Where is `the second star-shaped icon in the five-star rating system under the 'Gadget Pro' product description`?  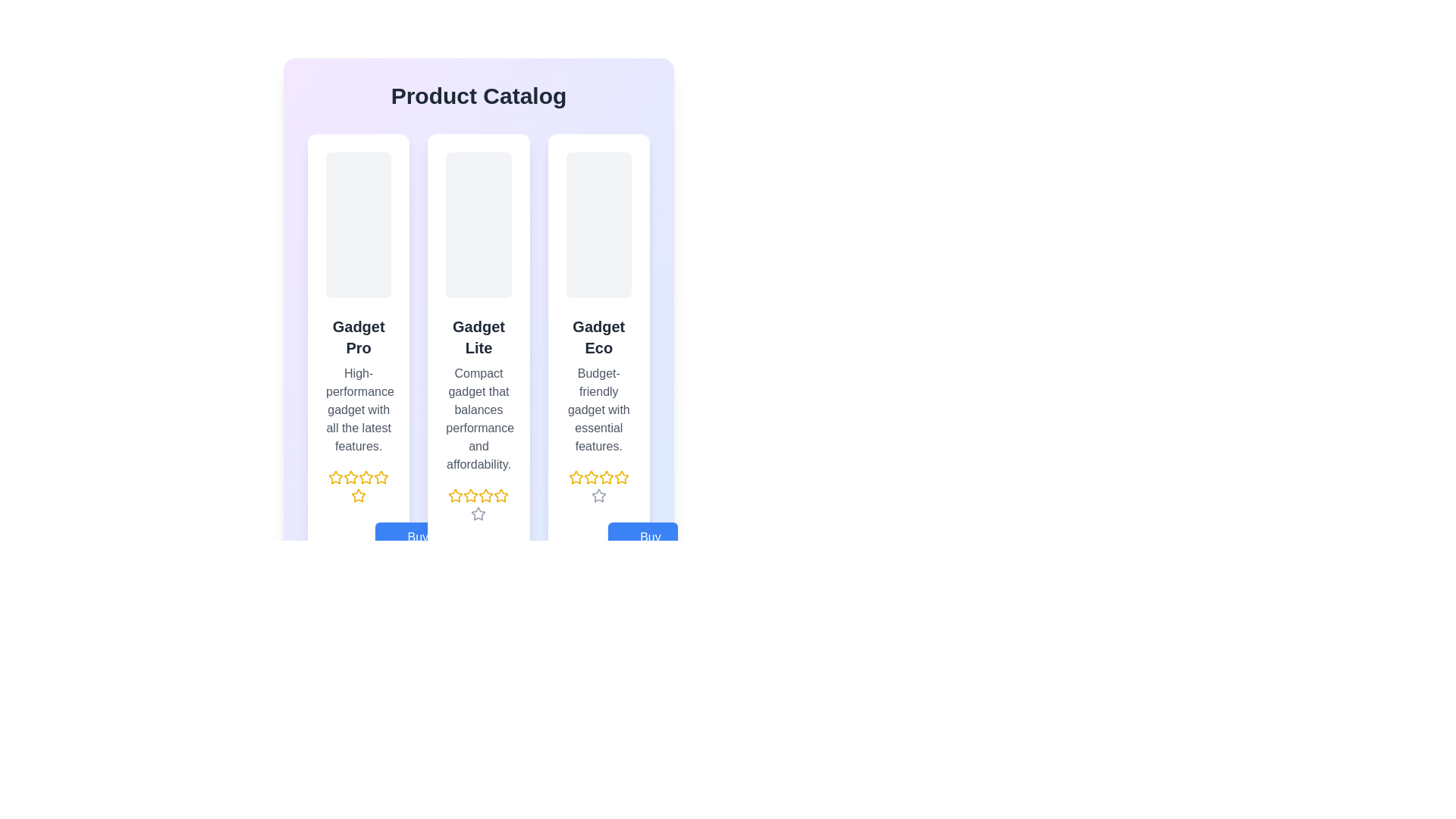 the second star-shaped icon in the five-star rating system under the 'Gadget Pro' product description is located at coordinates (381, 476).